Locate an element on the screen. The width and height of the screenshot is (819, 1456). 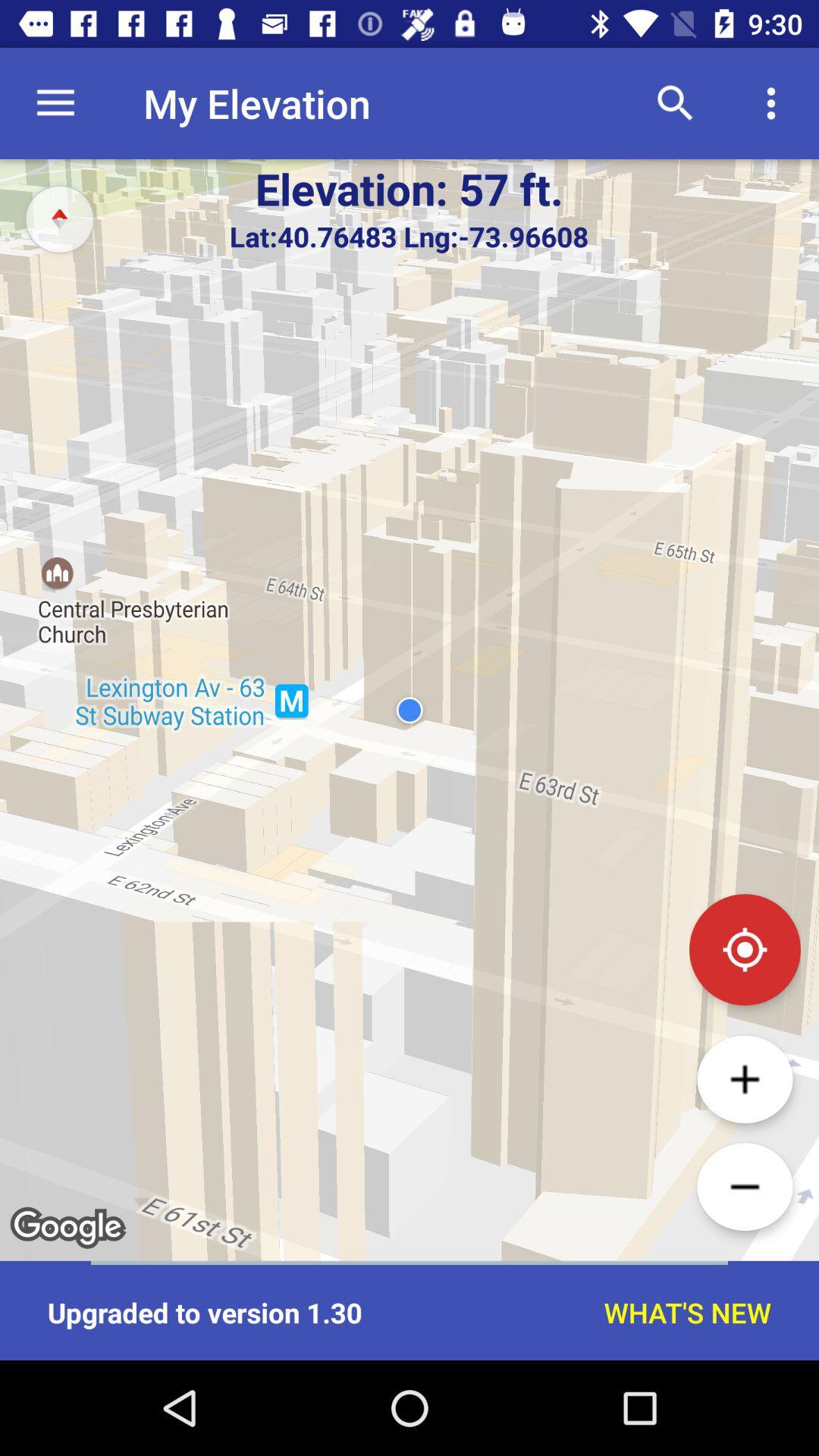
the location_crosshair icon is located at coordinates (744, 949).